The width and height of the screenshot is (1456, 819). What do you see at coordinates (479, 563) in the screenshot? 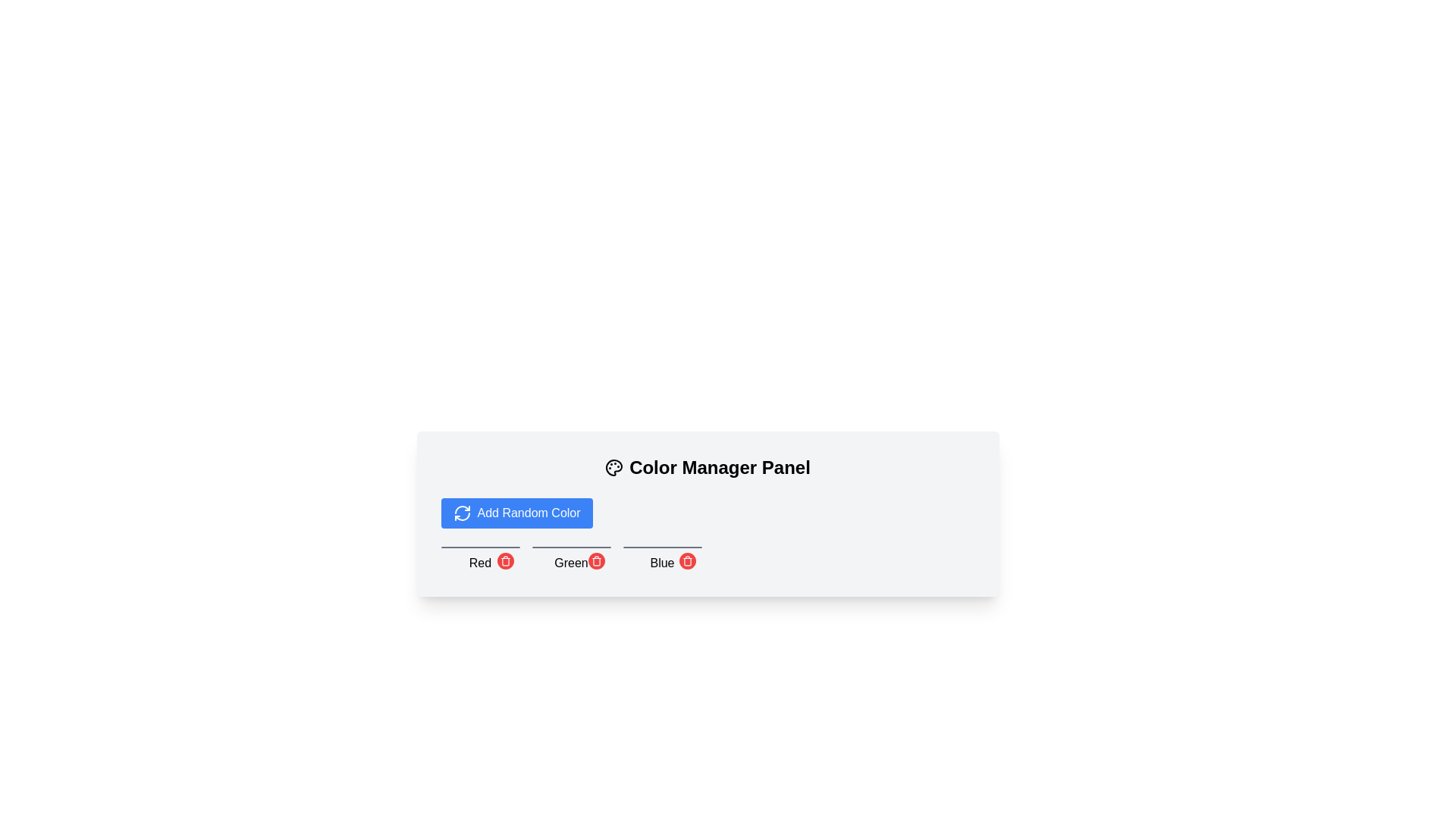
I see `the text label that identifies the color red in the color management interface, which is located below the 'Add Random Color' button and to the left of the 'Green' label` at bounding box center [479, 563].